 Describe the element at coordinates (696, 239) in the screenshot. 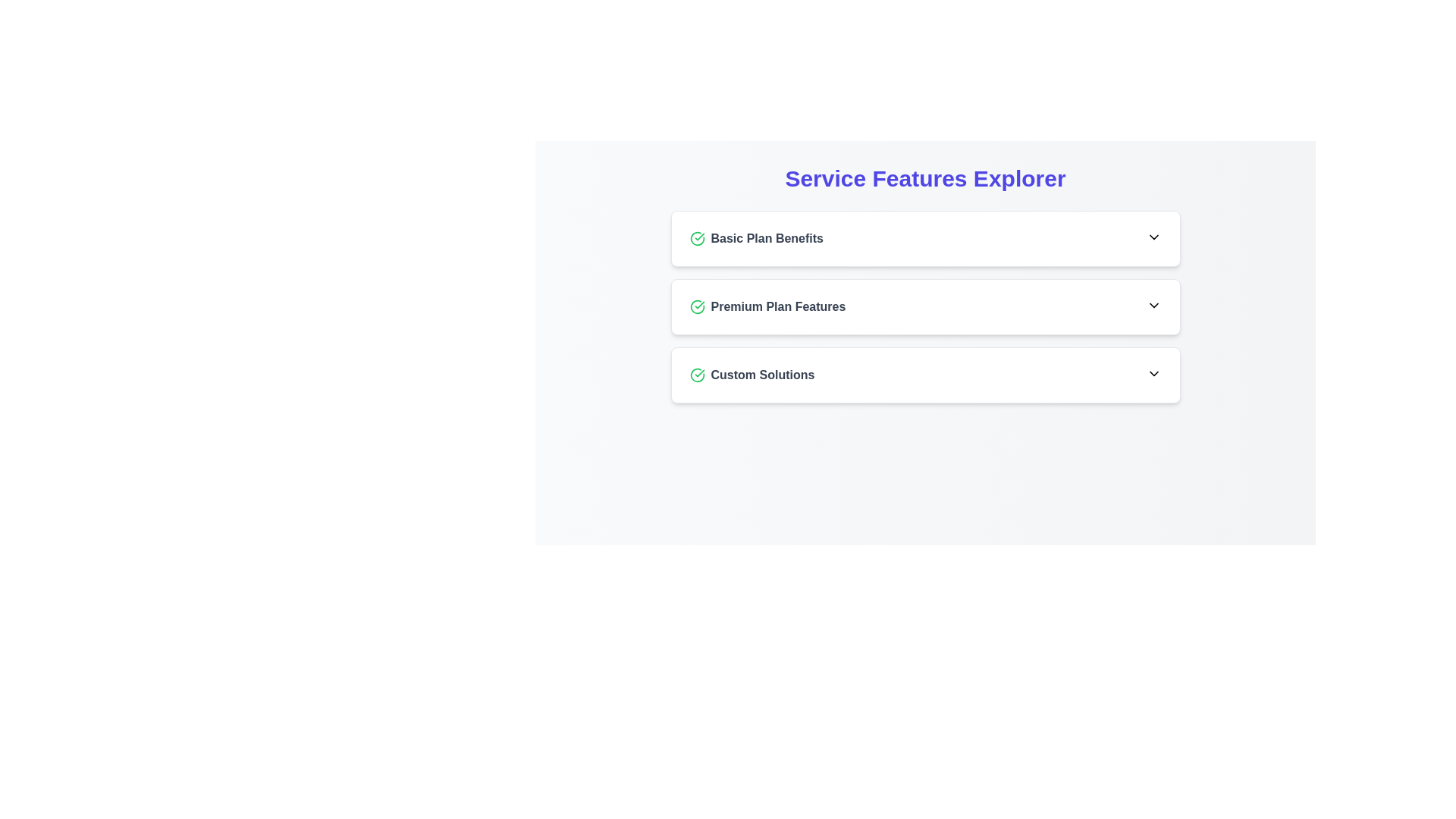

I see `the green-colored check icon enclosed in a circular outline, which is the first visual component in the row labeled 'Basic Plan Benefits'` at that location.